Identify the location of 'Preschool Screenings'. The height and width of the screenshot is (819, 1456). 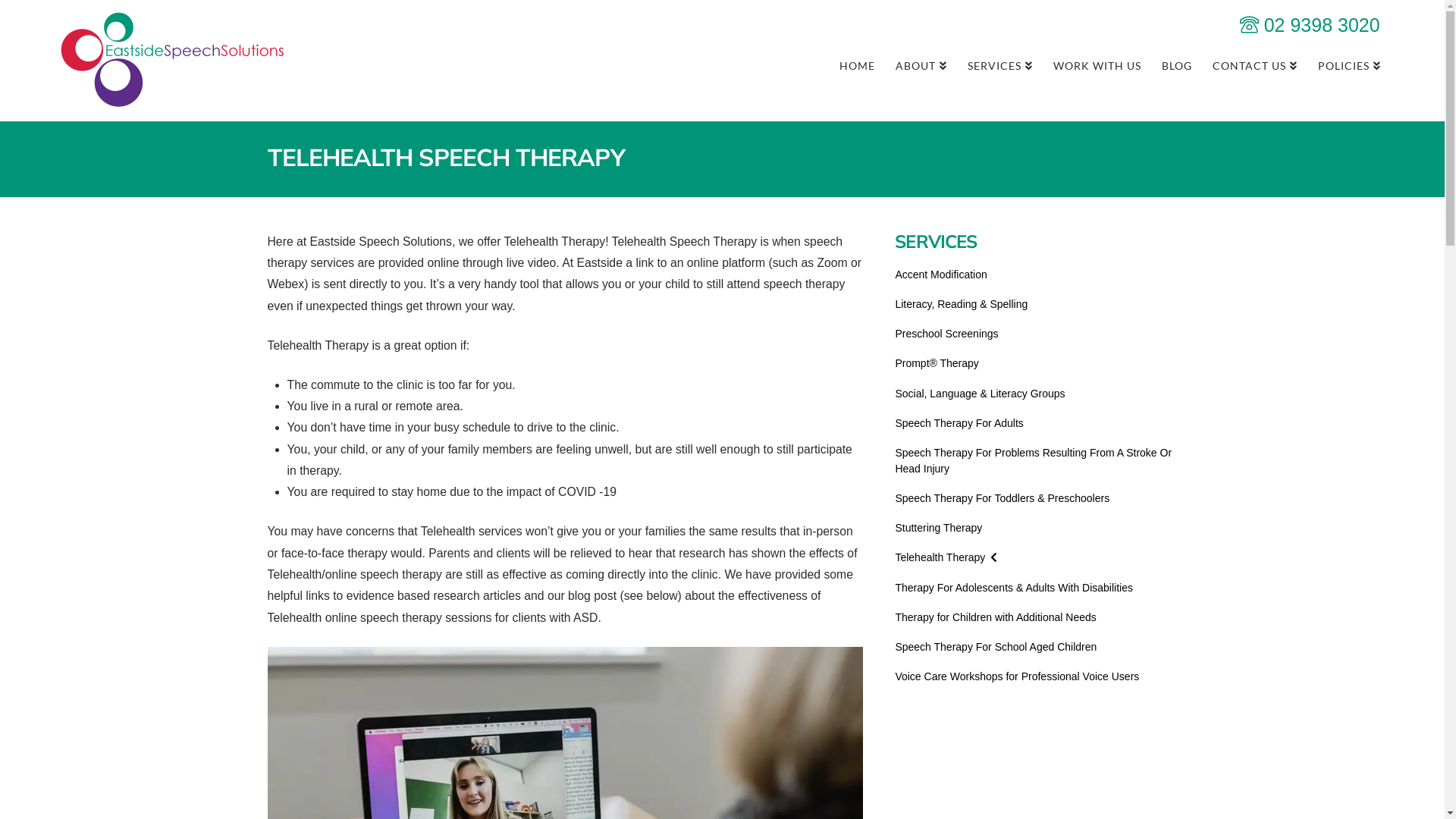
(946, 333).